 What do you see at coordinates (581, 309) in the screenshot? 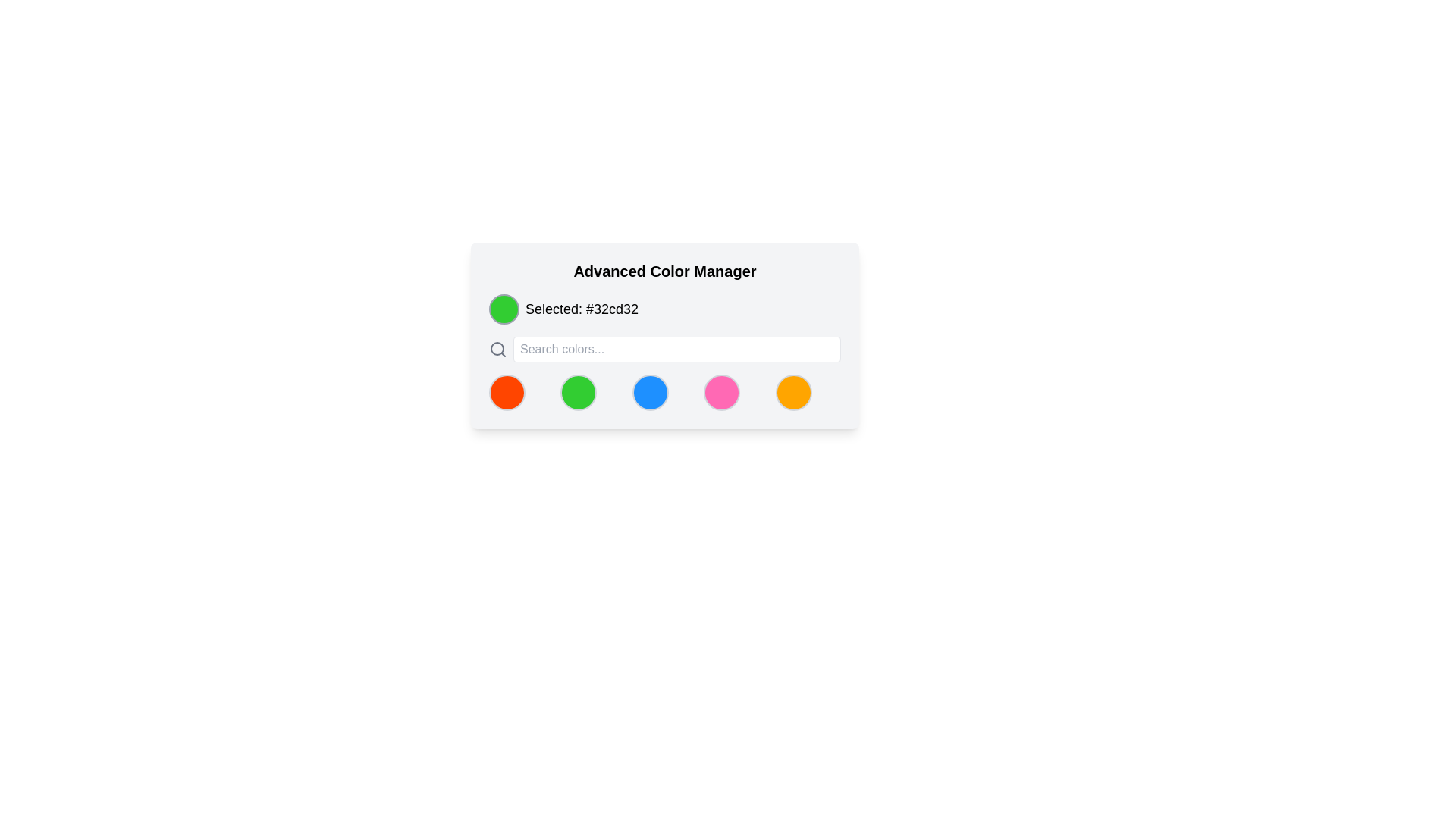
I see `color information displayed in the static text label that shows the word 'Selected' and the corresponding hexadecimal code for the color, positioned immediately to the right of a green circle in the 'Advanced Color Manager' panel` at bounding box center [581, 309].